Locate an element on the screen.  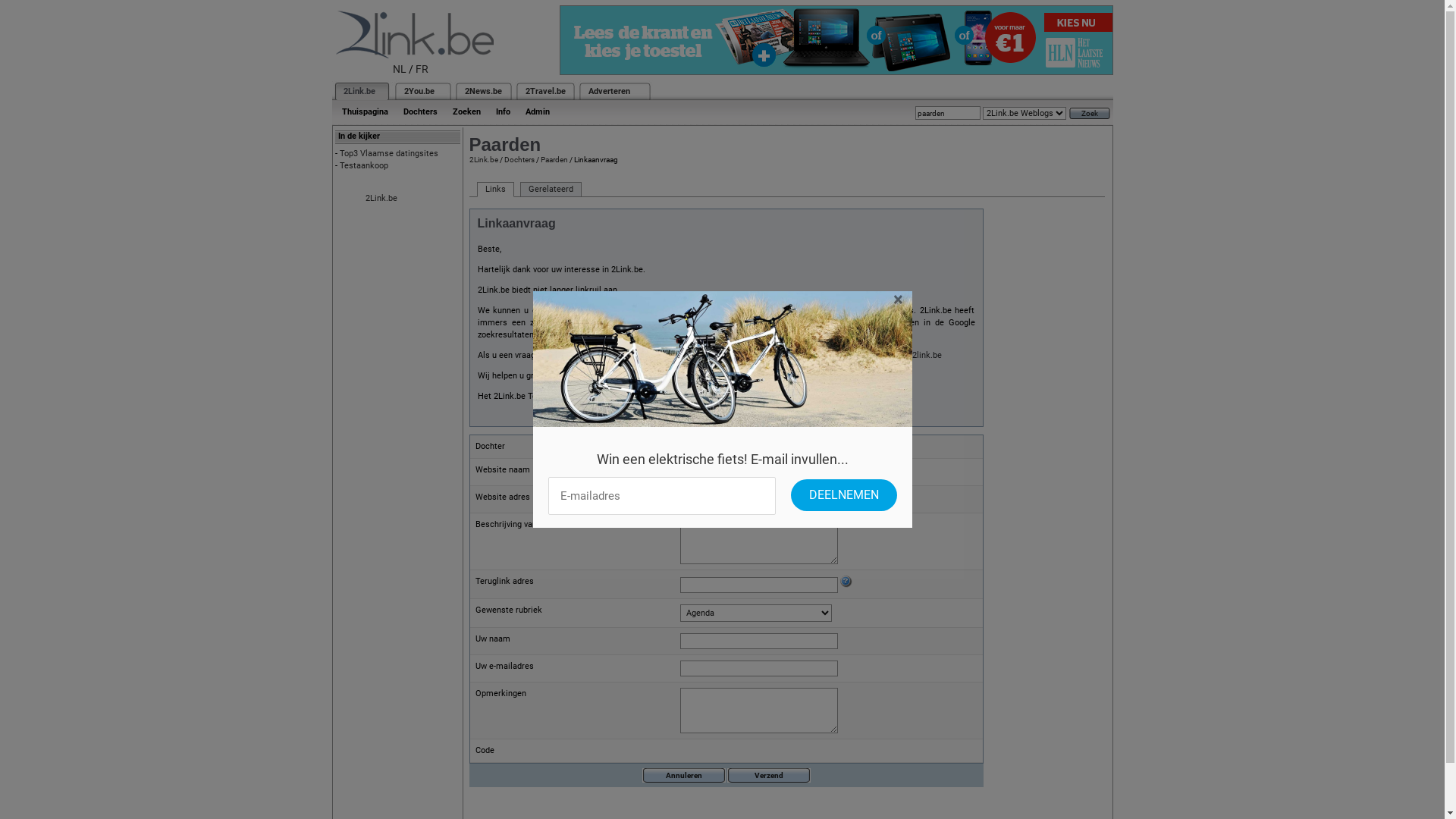
'Dochters' is located at coordinates (396, 111).